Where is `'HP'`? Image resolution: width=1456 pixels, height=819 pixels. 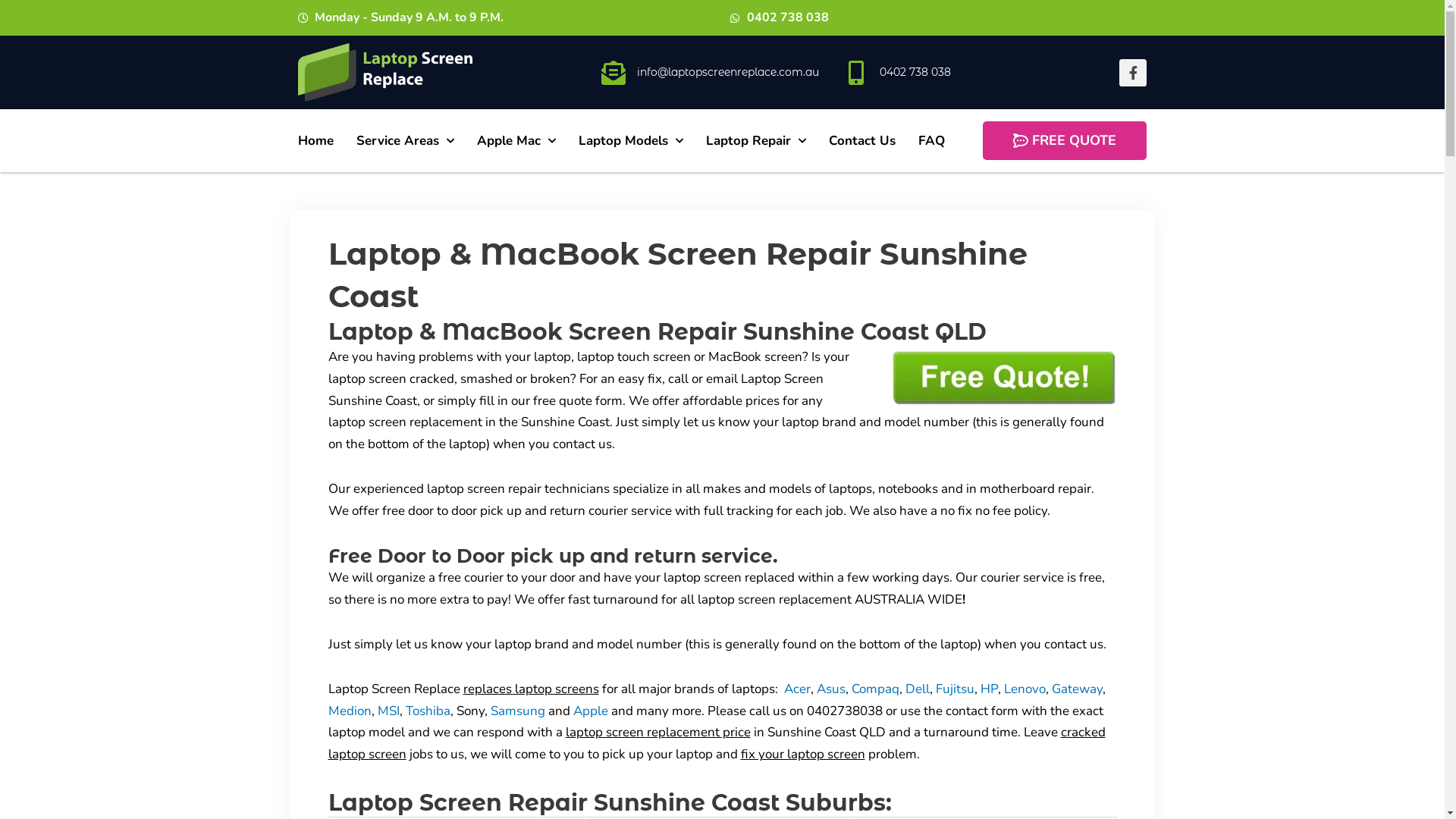
'HP' is located at coordinates (988, 689).